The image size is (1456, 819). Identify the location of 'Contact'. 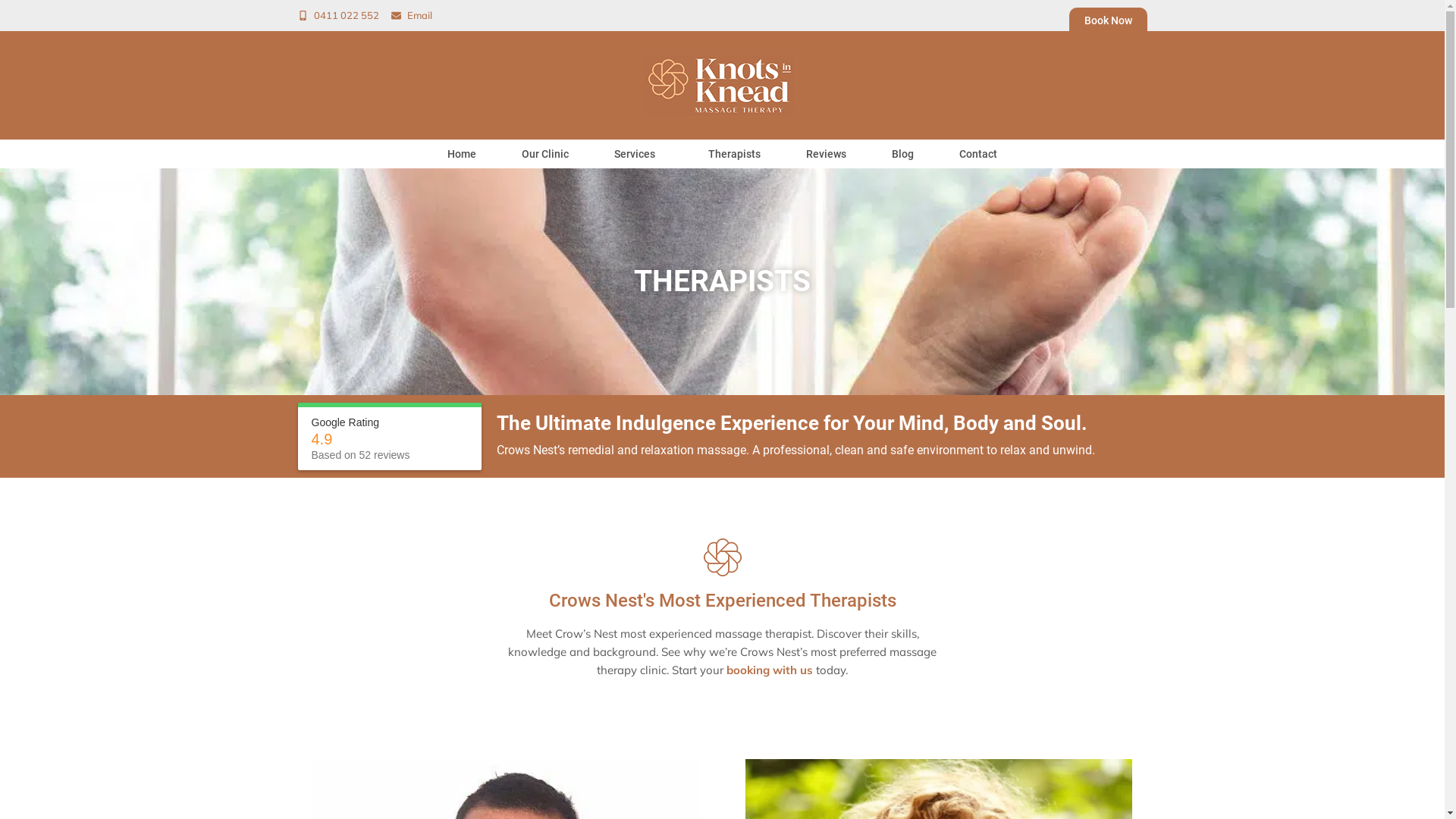
(935, 154).